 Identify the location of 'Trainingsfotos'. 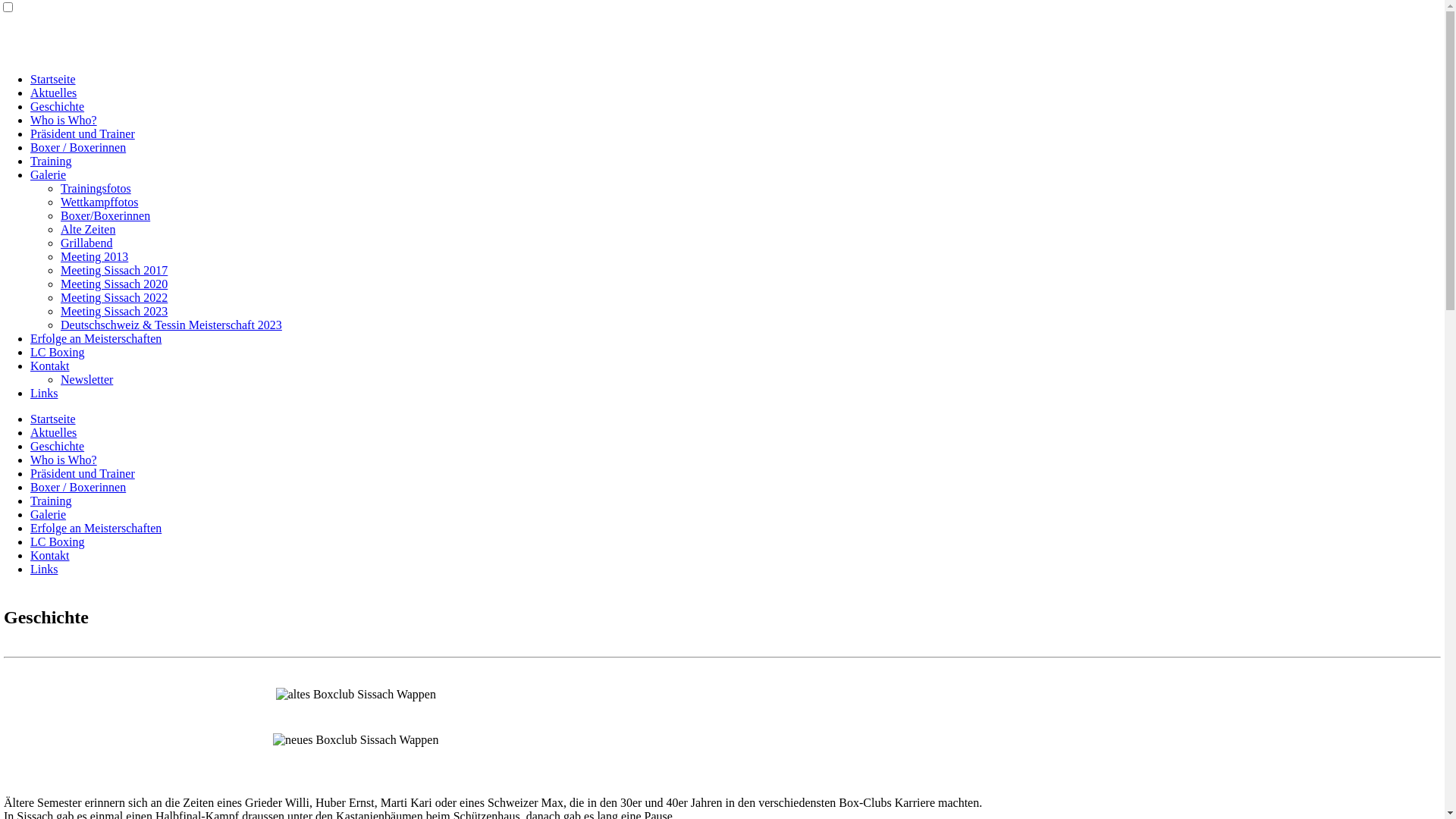
(95, 187).